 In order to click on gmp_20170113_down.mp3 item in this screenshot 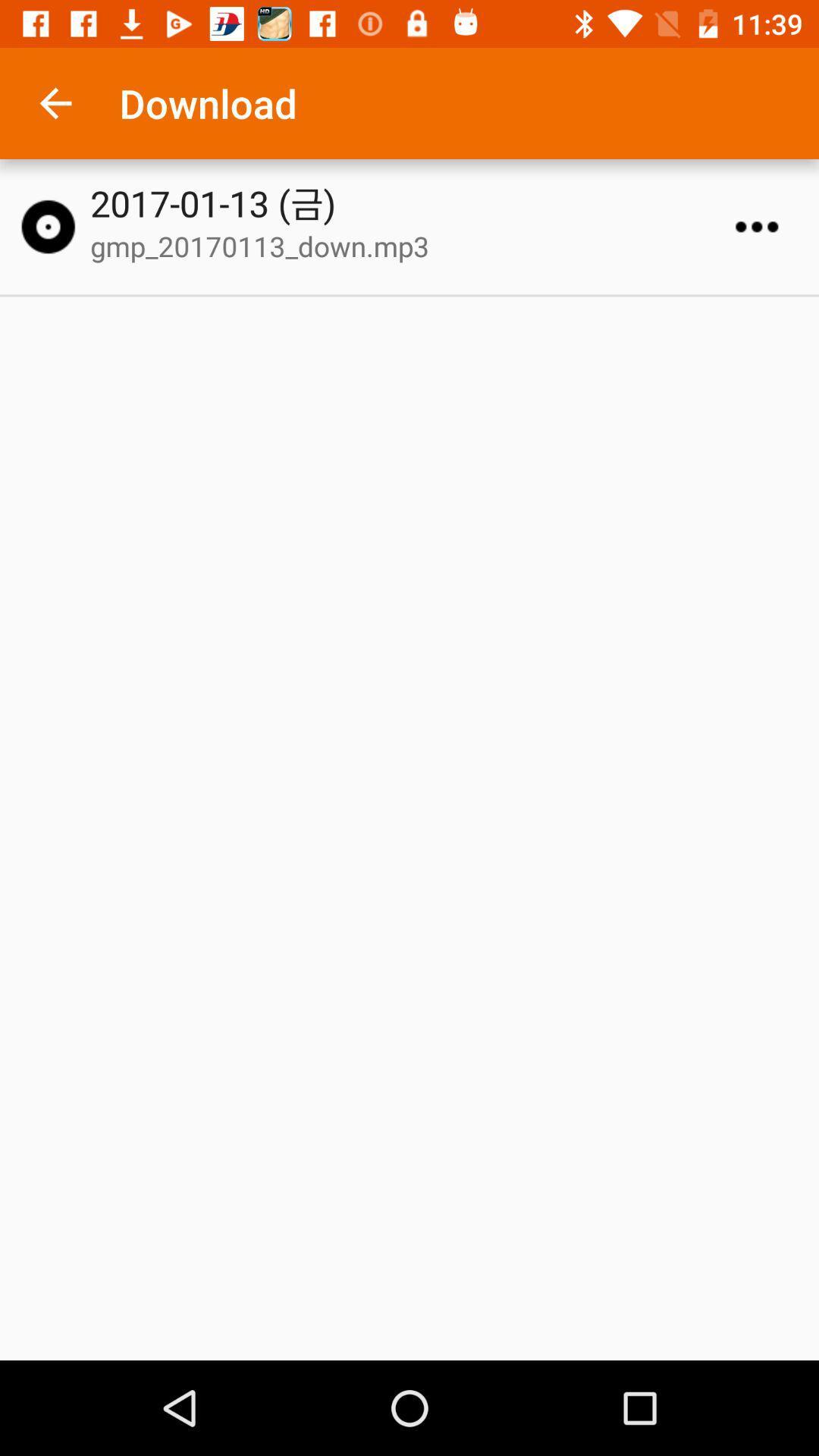, I will do `click(416, 246)`.